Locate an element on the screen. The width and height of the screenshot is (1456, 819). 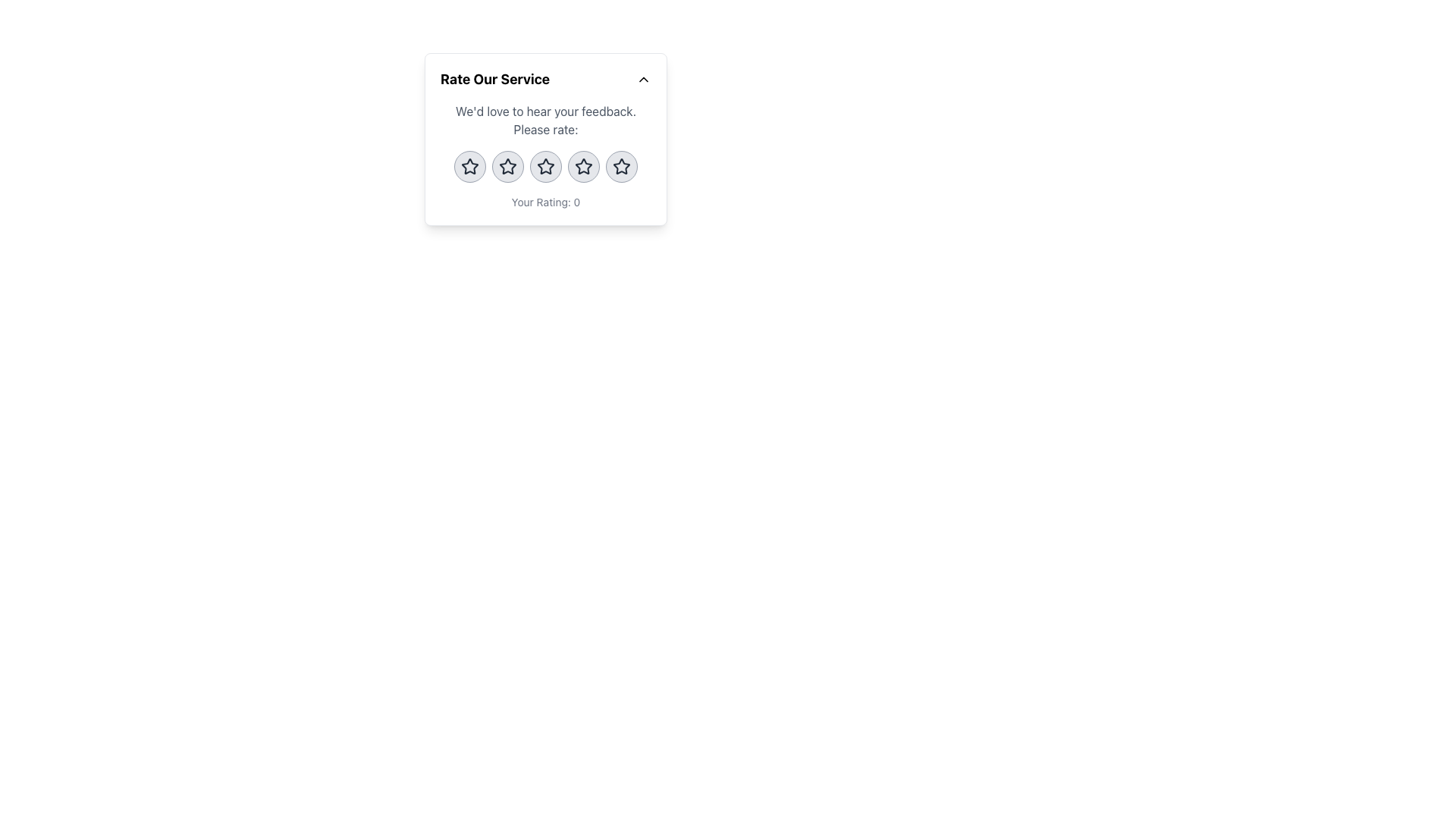
the rightmost circular light gray button with a star icon is located at coordinates (622, 166).